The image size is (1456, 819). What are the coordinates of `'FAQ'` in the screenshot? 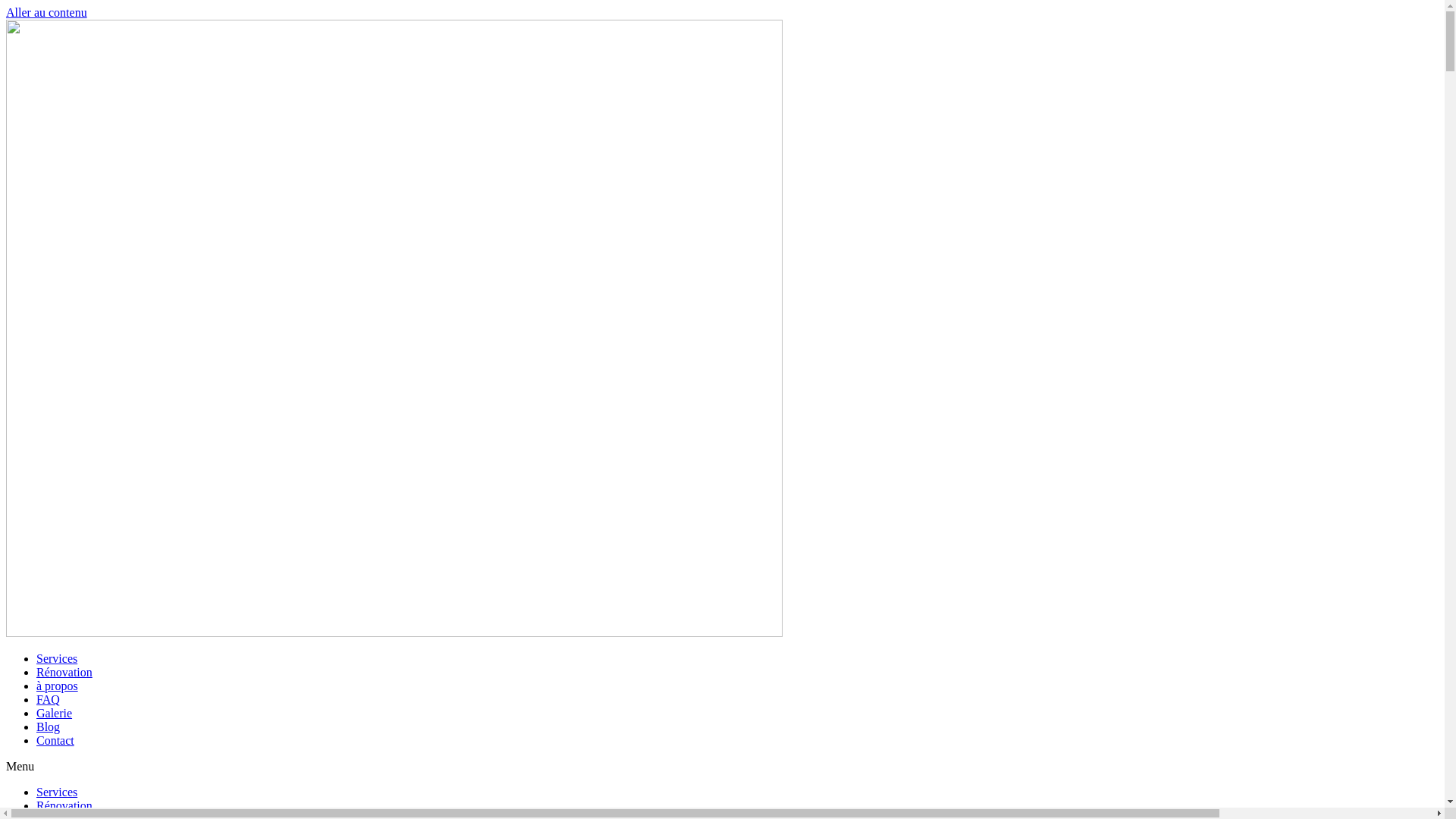 It's located at (48, 699).